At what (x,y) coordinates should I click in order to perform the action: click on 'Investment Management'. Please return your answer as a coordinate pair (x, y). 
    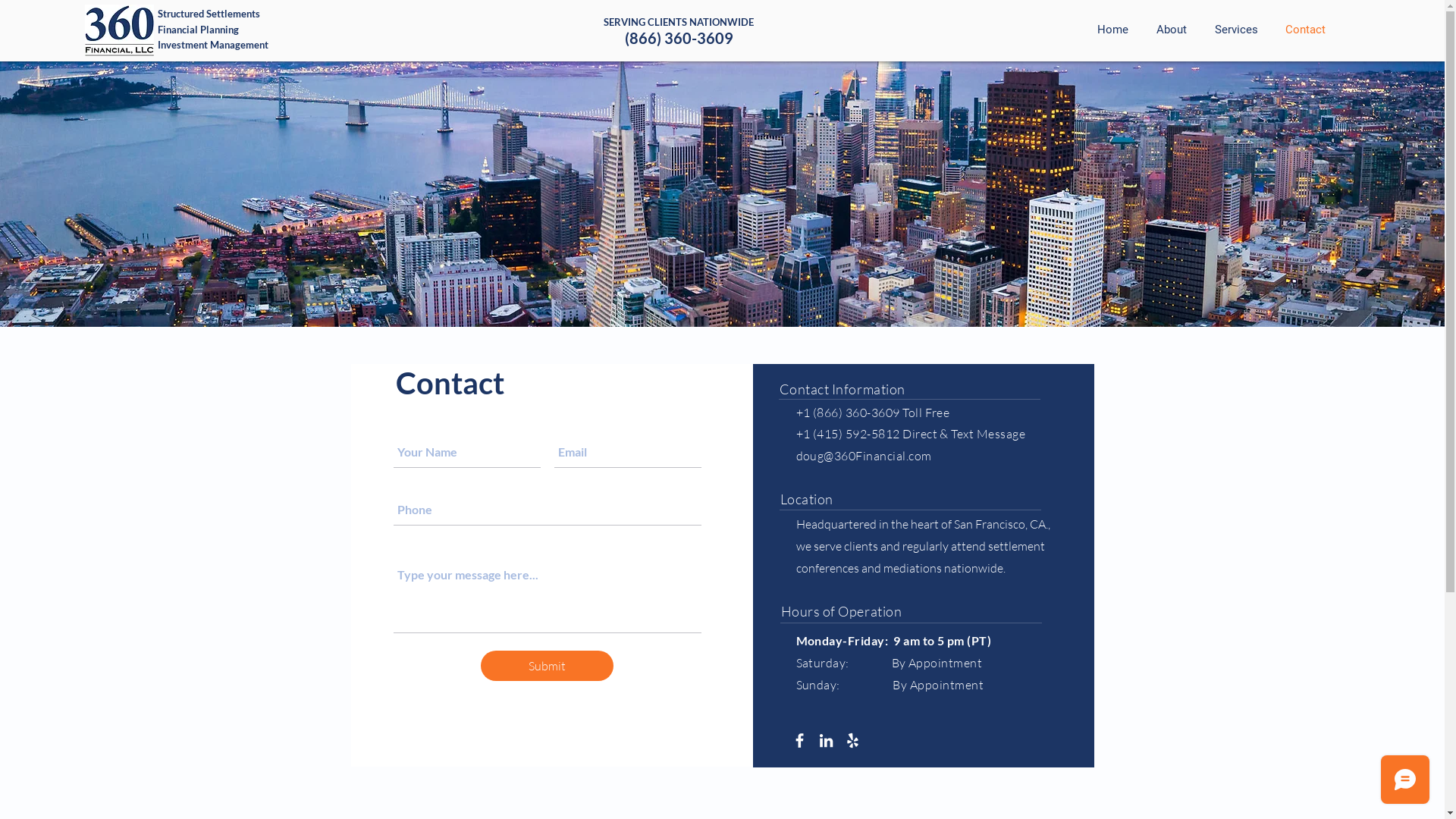
    Looking at the image, I should click on (212, 43).